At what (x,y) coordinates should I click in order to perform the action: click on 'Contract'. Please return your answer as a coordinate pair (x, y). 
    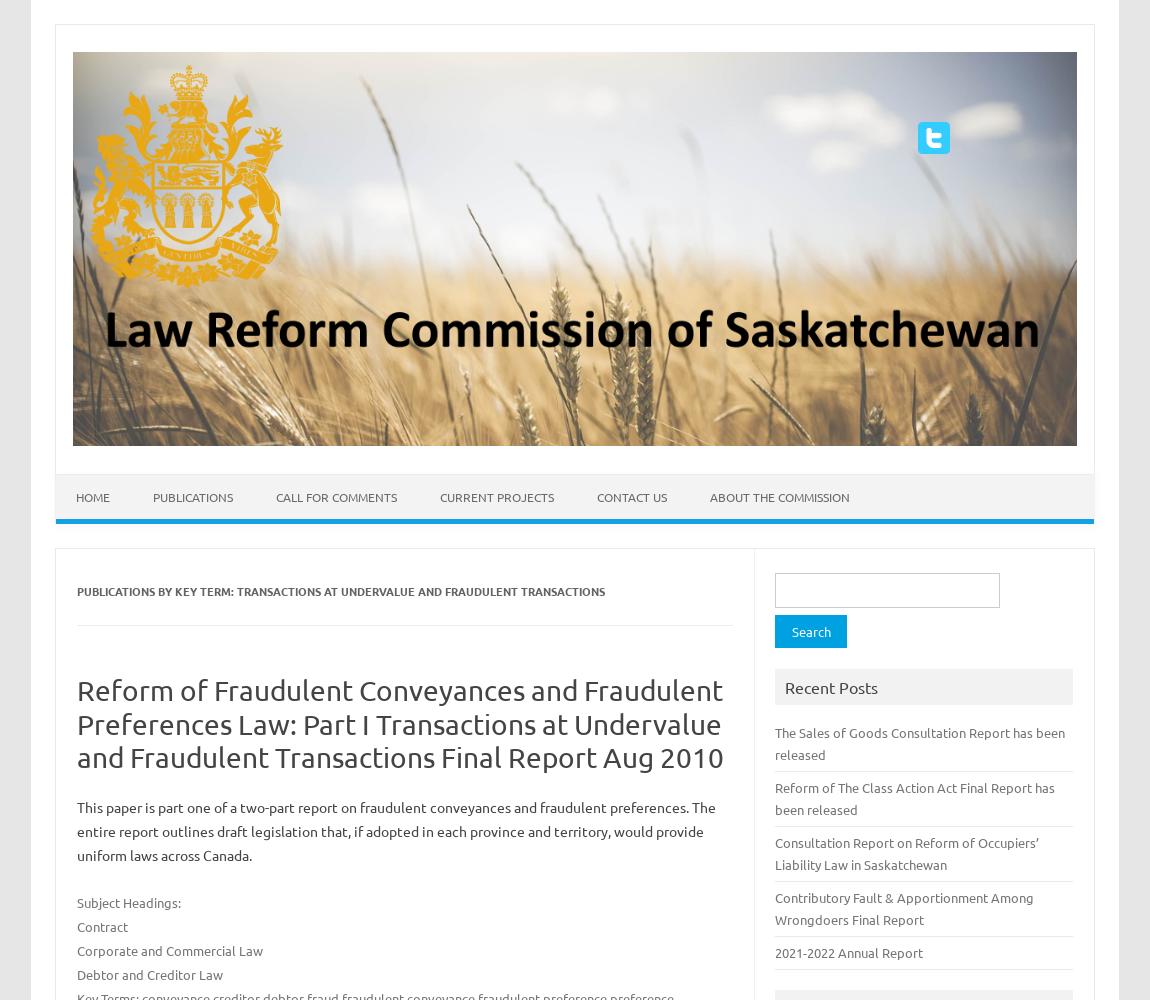
    Looking at the image, I should click on (100, 925).